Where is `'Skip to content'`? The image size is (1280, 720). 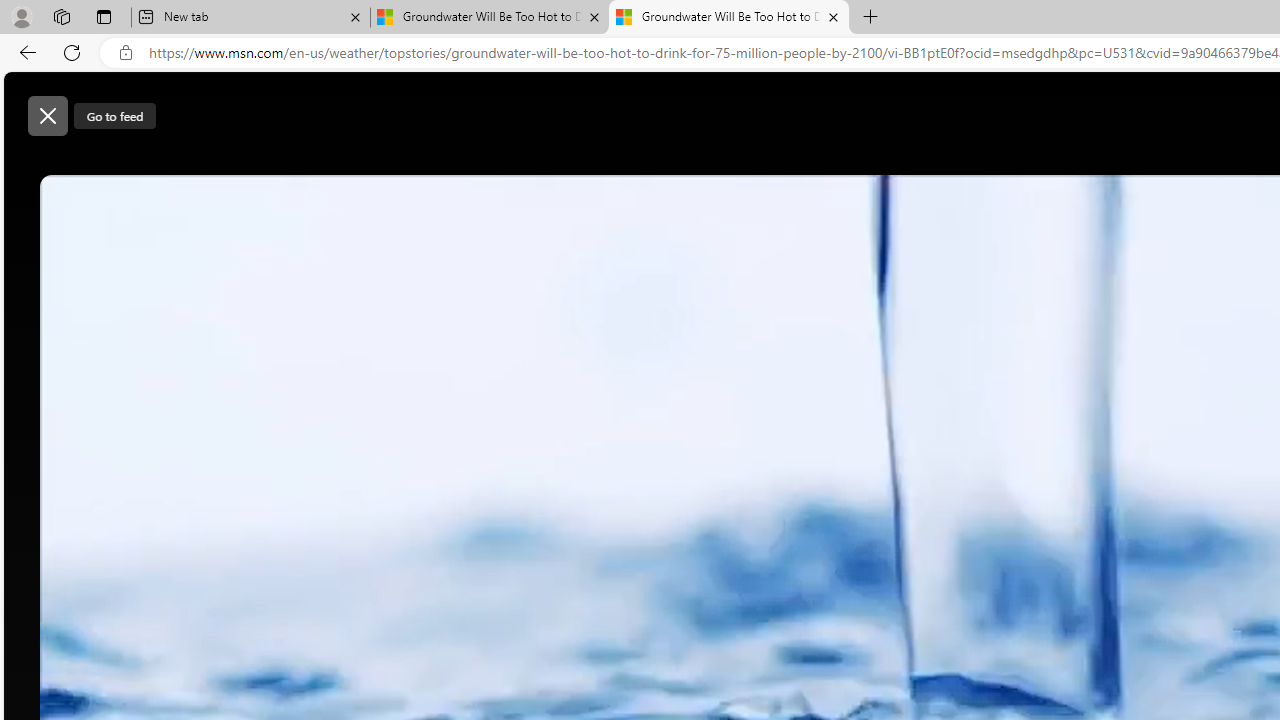
'Skip to content' is located at coordinates (86, 105).